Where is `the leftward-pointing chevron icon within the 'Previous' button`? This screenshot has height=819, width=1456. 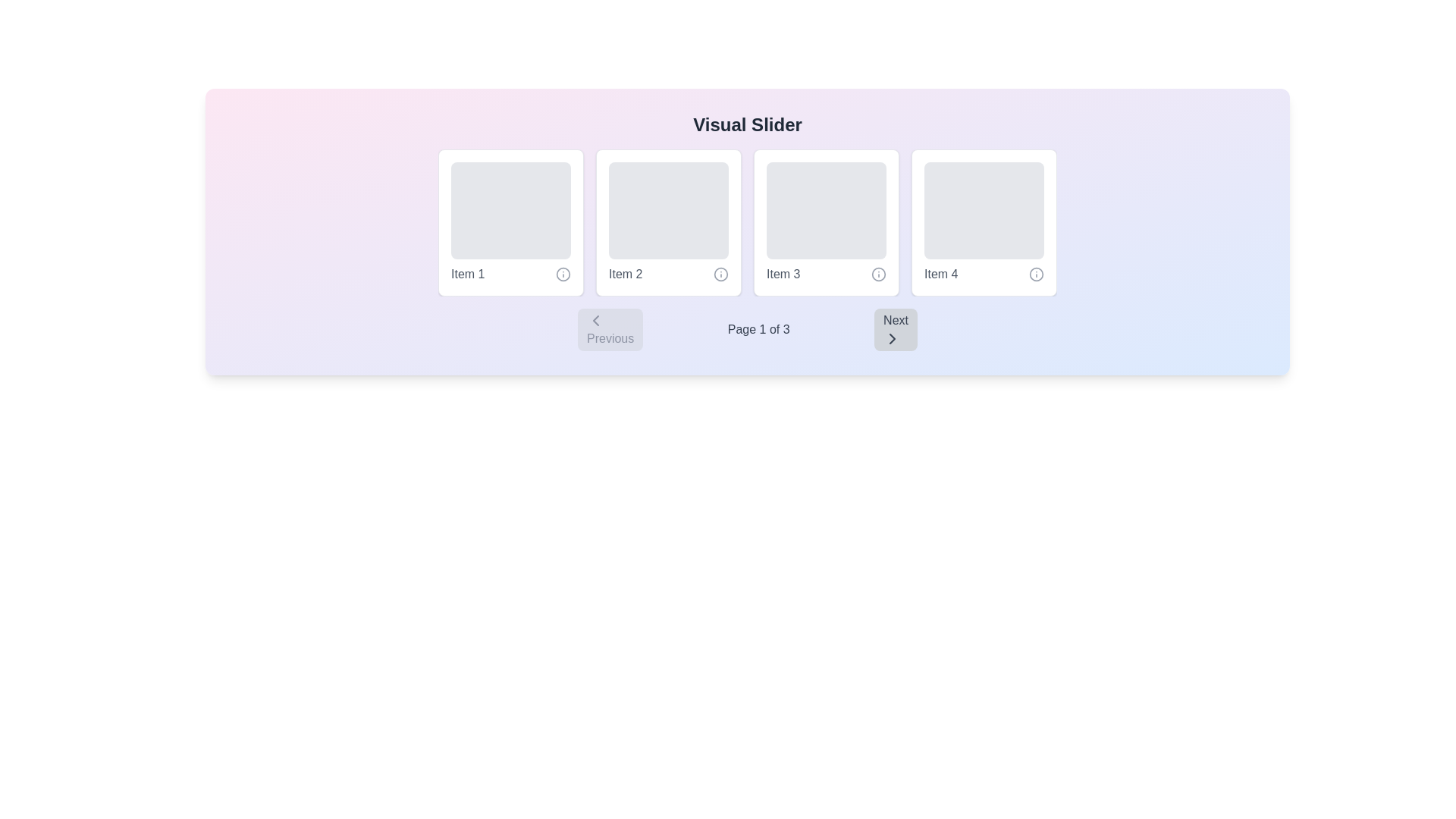 the leftward-pointing chevron icon within the 'Previous' button is located at coordinates (595, 320).